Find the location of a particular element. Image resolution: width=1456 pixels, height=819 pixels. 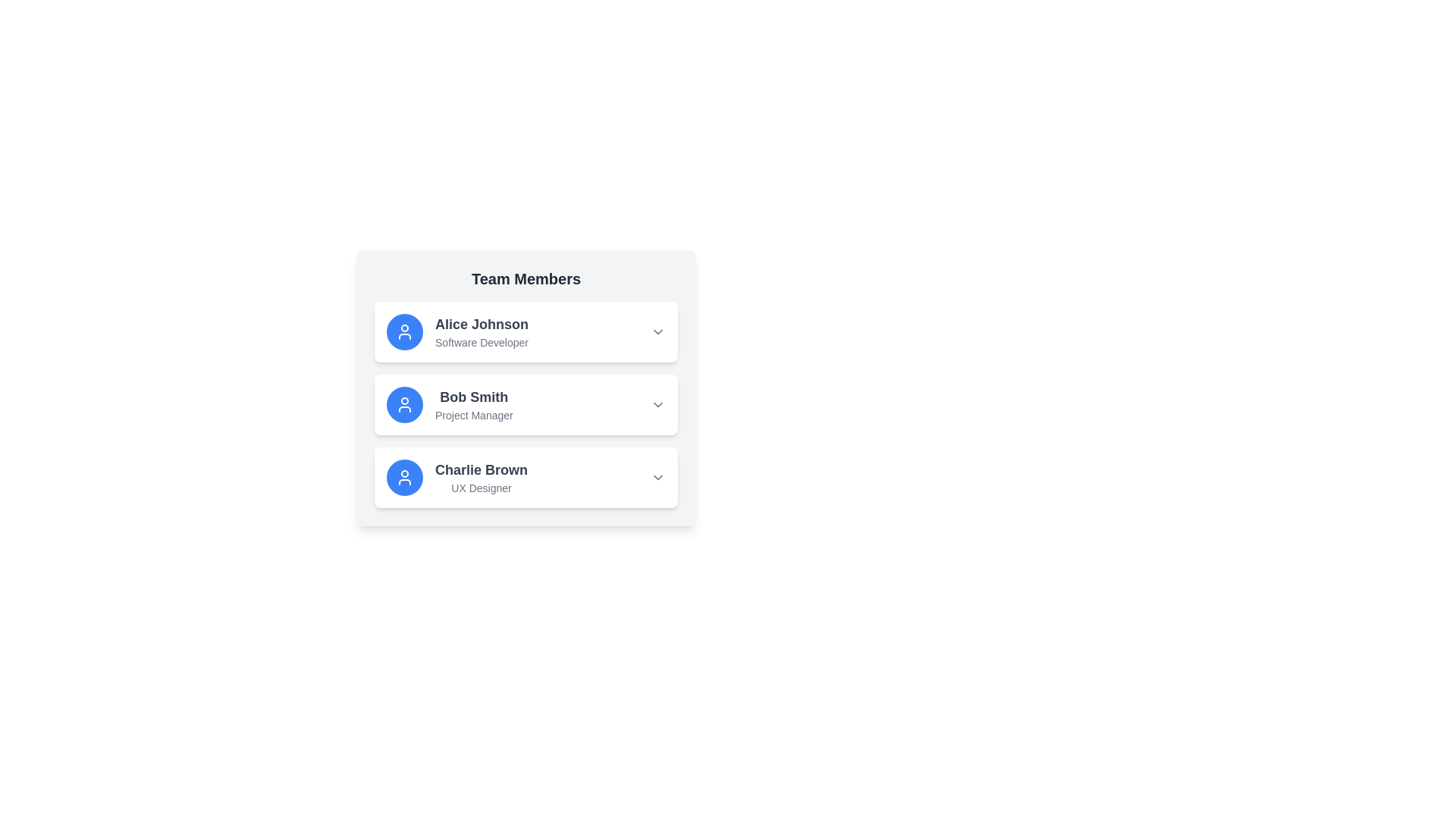

the Text element providing information about a team member, located in the first row of the 'Team Members' list, between the blue circle avatar and the dropdown arrow is located at coordinates (481, 331).